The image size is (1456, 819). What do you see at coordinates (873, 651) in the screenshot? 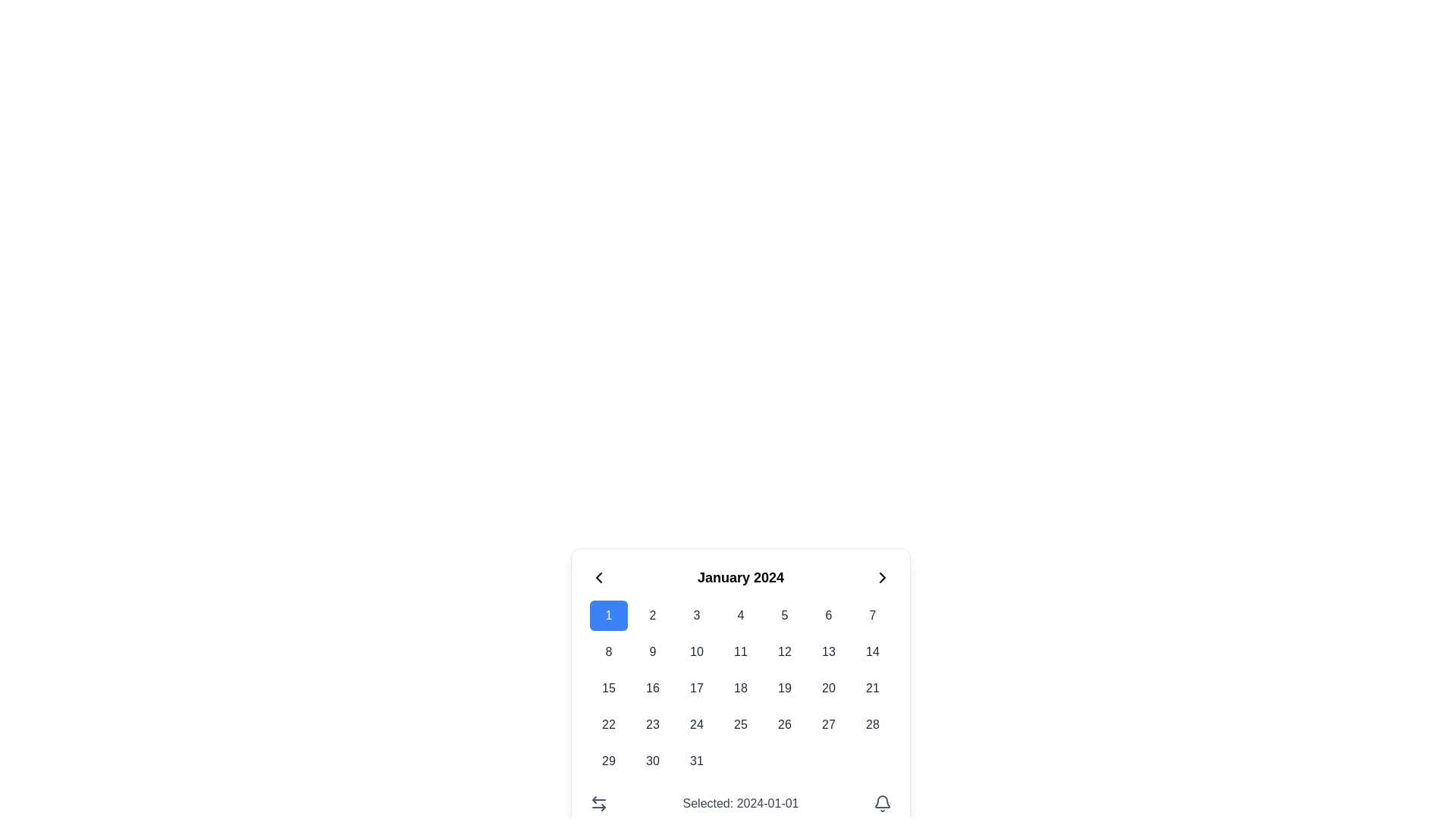
I see `the clickable calendar day cell representing the 14th day of the month located at the second row, seventh column in the calendar view` at bounding box center [873, 651].